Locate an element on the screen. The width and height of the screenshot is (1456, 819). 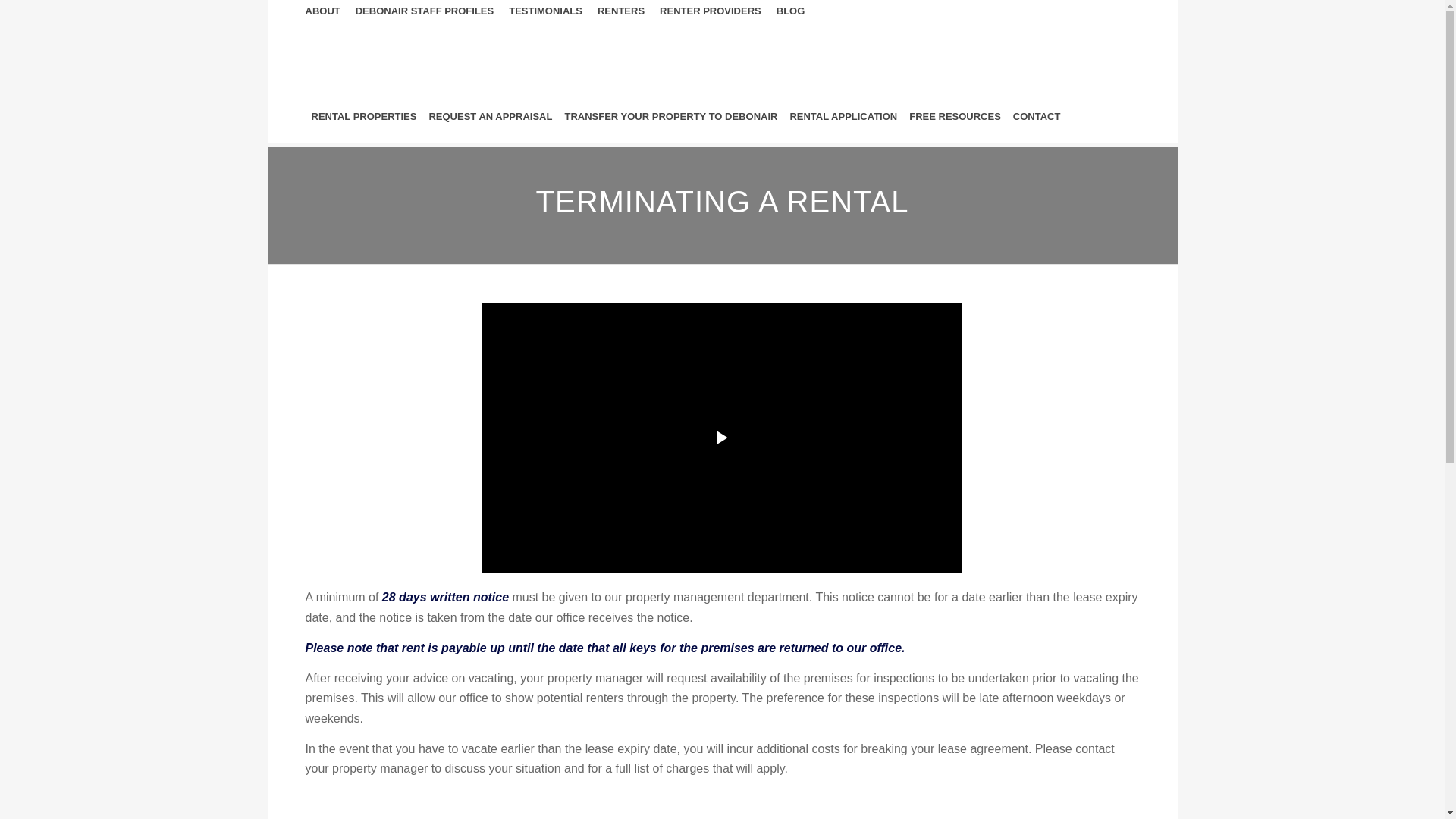
'CONTACT' is located at coordinates (1036, 116).